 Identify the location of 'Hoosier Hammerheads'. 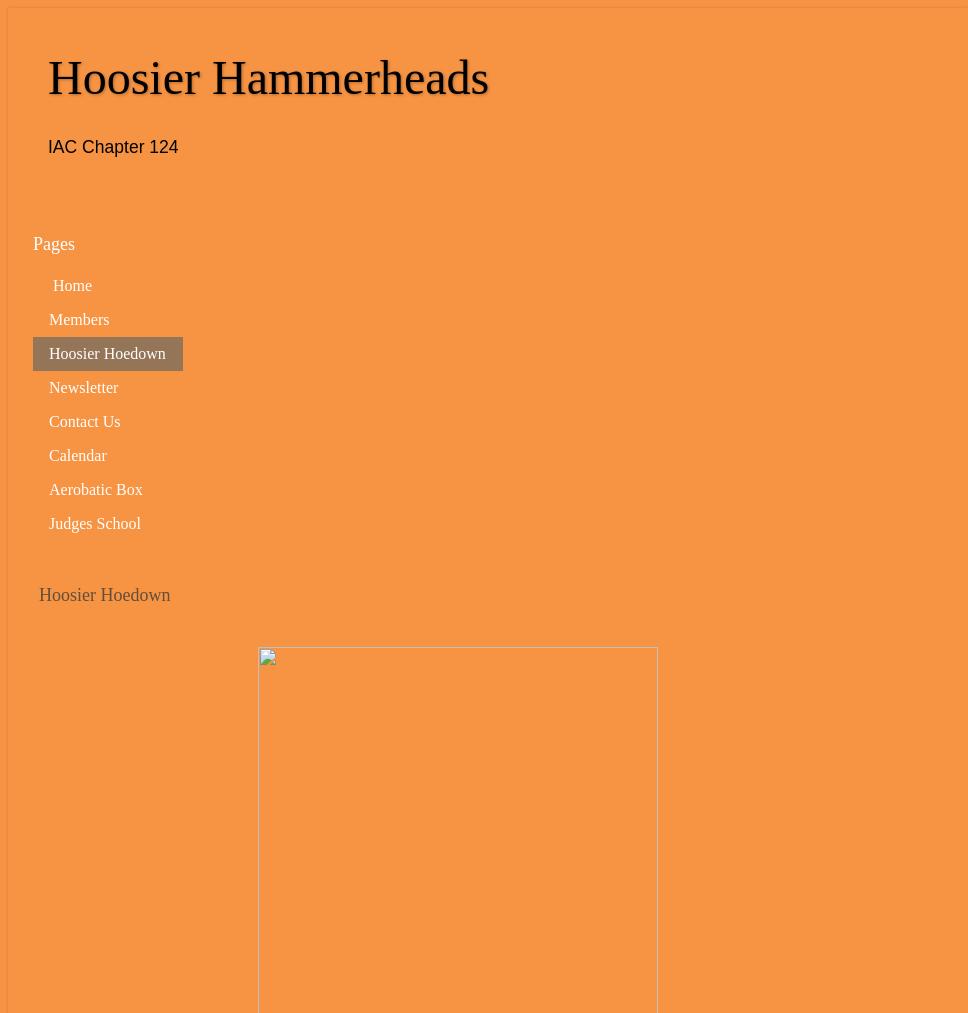
(268, 76).